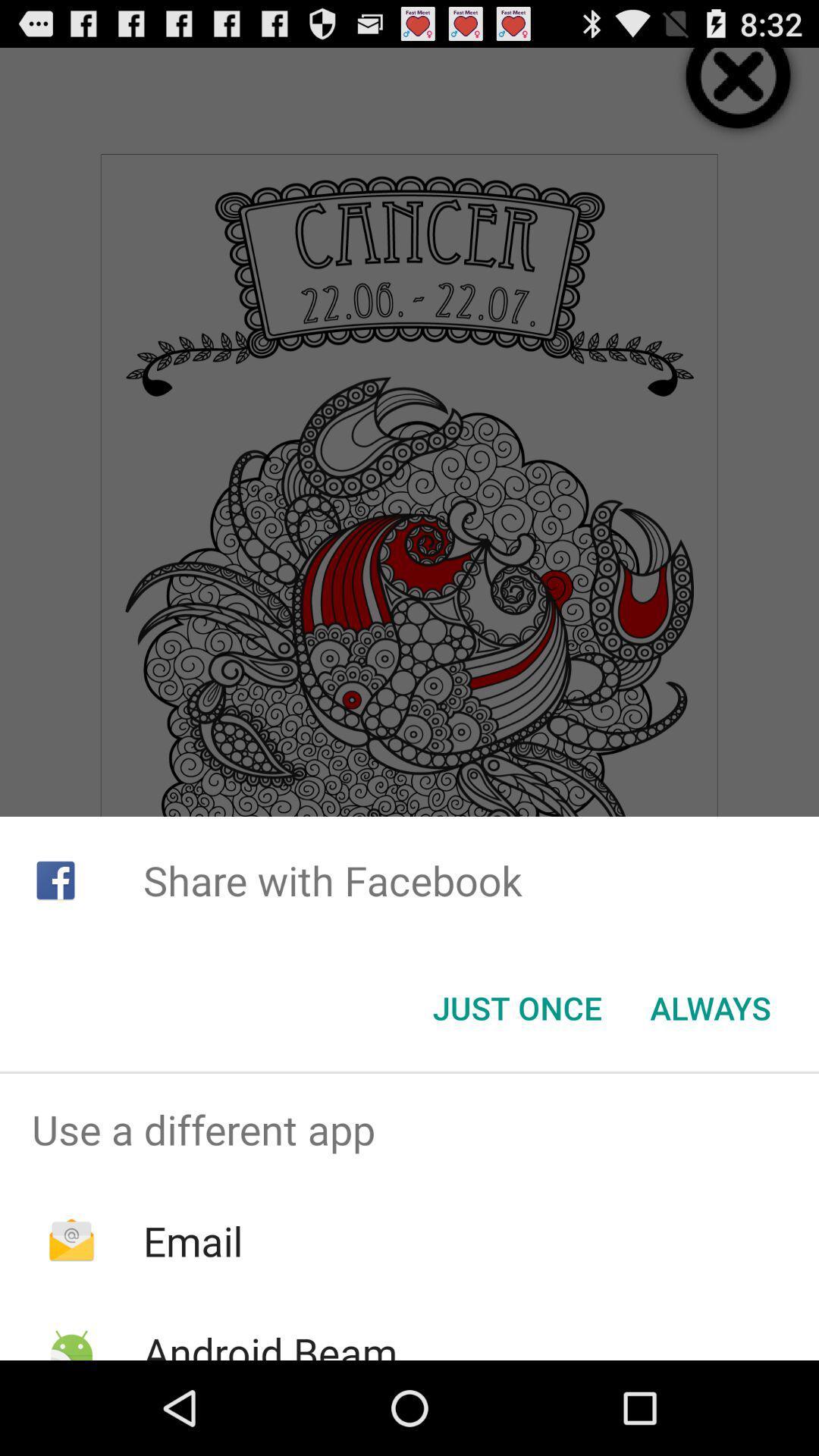  Describe the element at coordinates (711, 1008) in the screenshot. I see `the always button` at that location.